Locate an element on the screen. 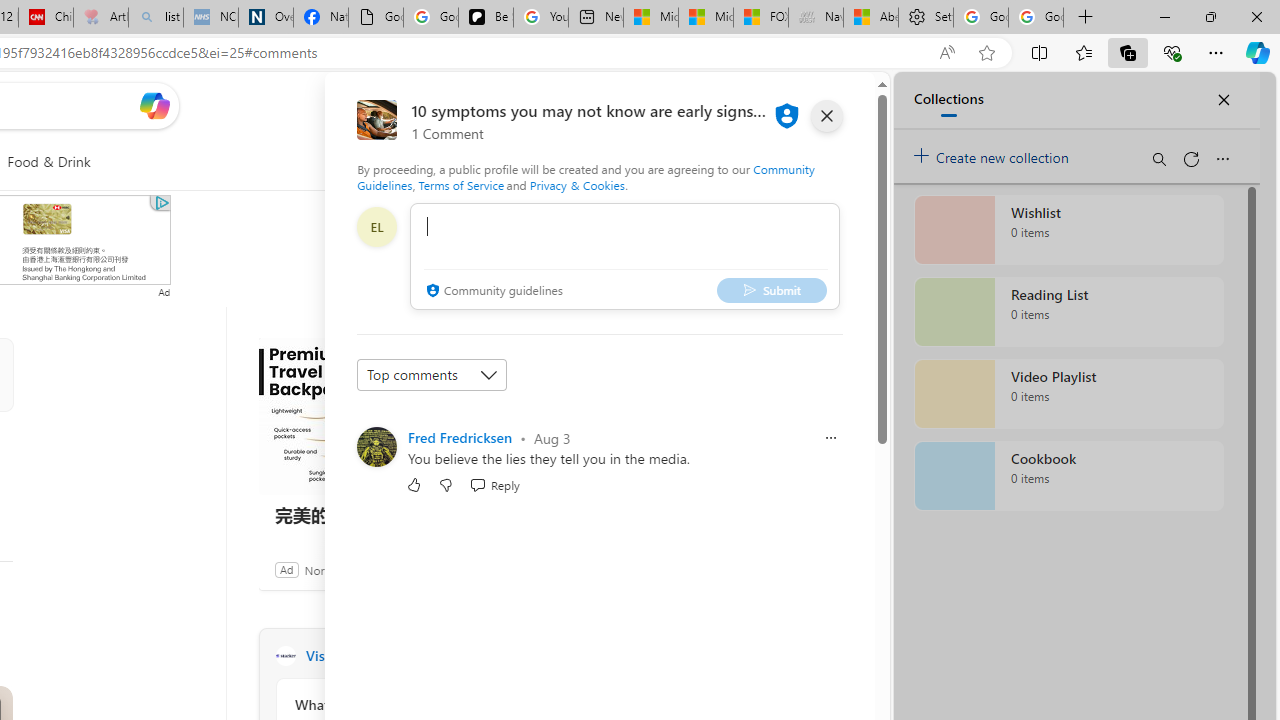  'Fred Fredricksen' is located at coordinates (459, 436).